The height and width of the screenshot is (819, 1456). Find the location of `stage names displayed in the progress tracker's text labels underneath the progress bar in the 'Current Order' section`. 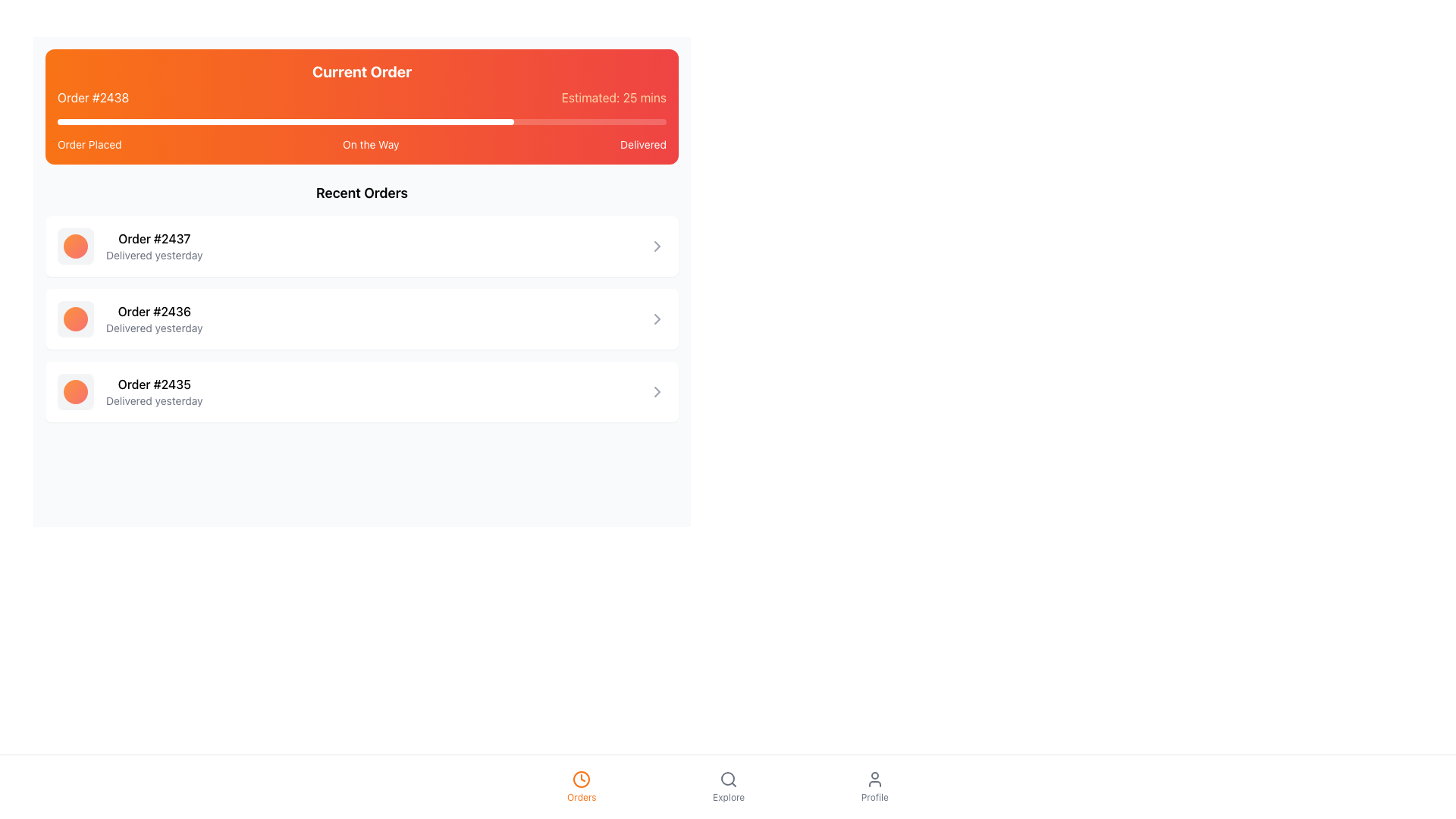

stage names displayed in the progress tracker's text labels underneath the progress bar in the 'Current Order' section is located at coordinates (361, 145).